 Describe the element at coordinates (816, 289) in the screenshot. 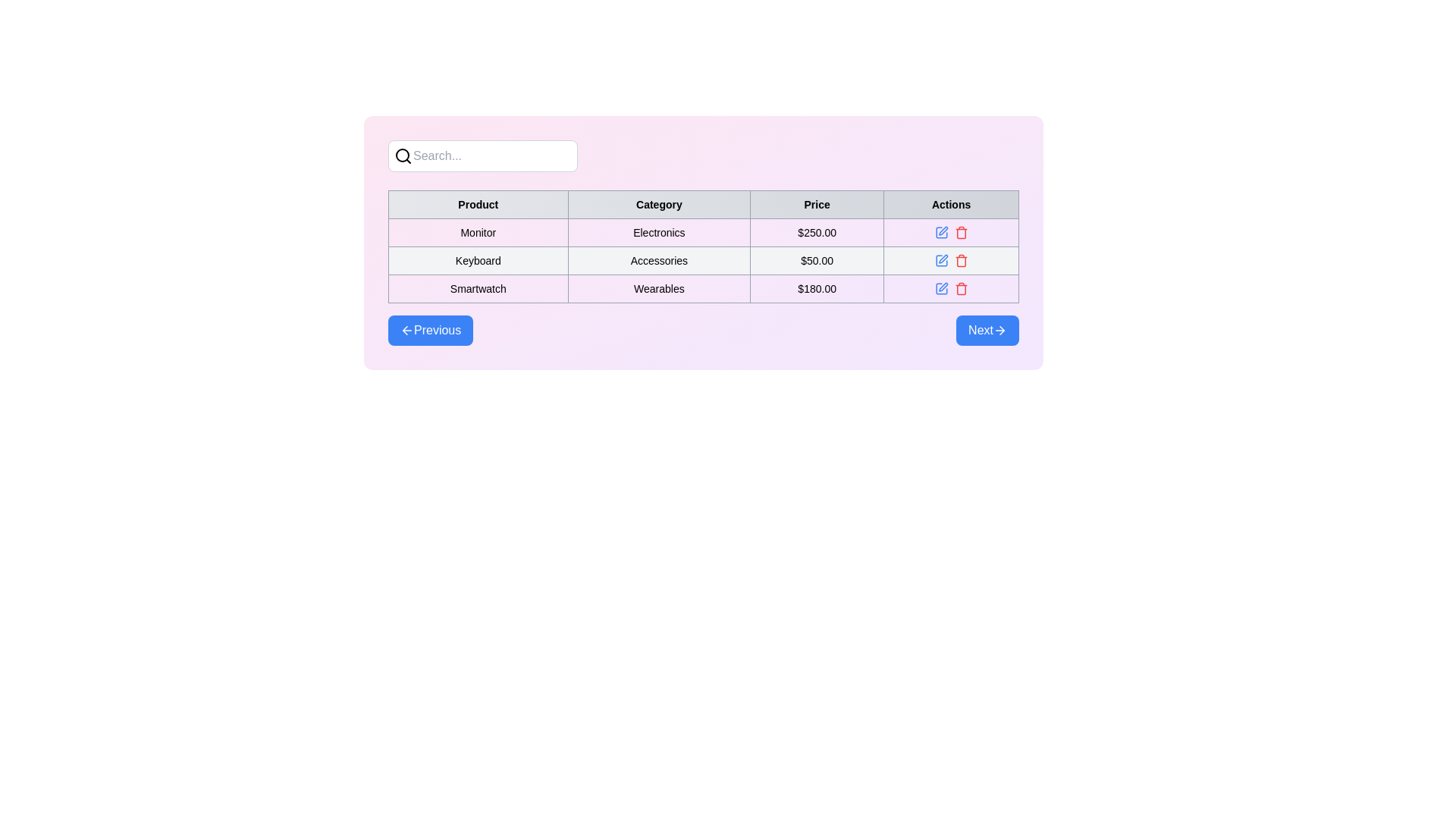

I see `the price label displaying '$180.00' in bold text, located in the third row of the 'Price' column for the 'Smartwatch' item` at that location.